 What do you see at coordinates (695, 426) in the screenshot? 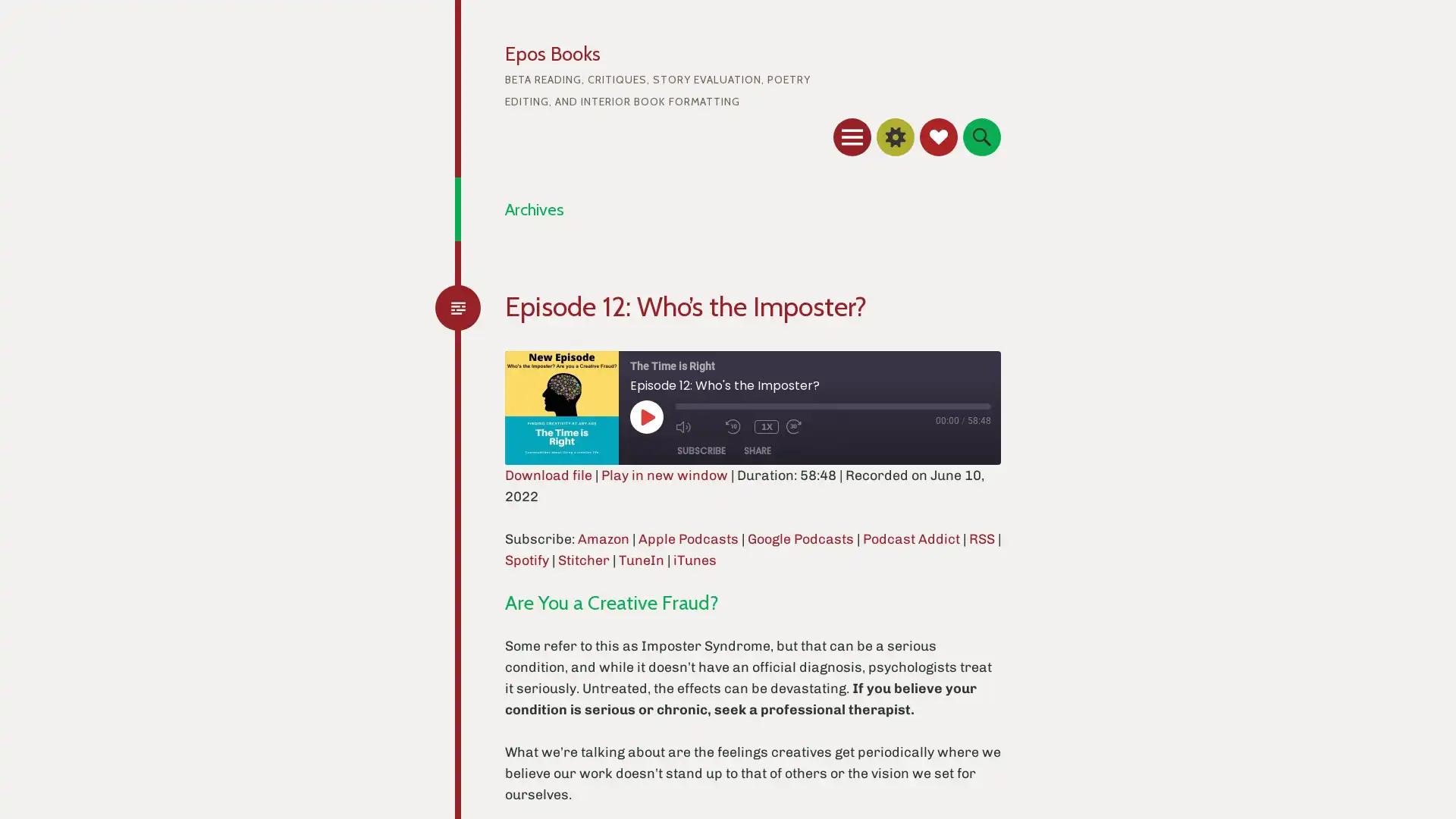
I see `MUTE/UNMUTE EPISODE` at bounding box center [695, 426].